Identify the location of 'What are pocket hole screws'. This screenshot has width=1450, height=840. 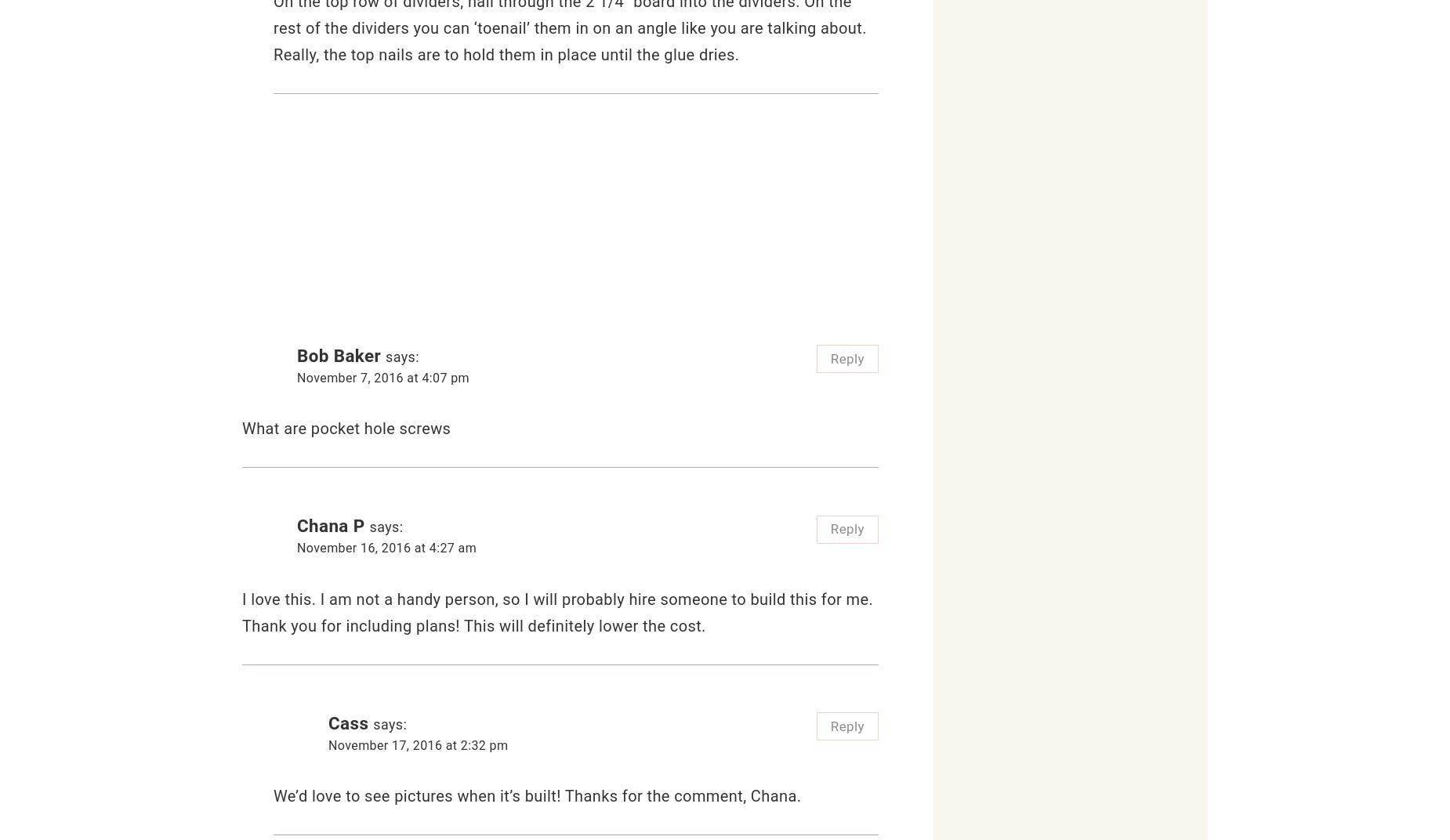
(345, 428).